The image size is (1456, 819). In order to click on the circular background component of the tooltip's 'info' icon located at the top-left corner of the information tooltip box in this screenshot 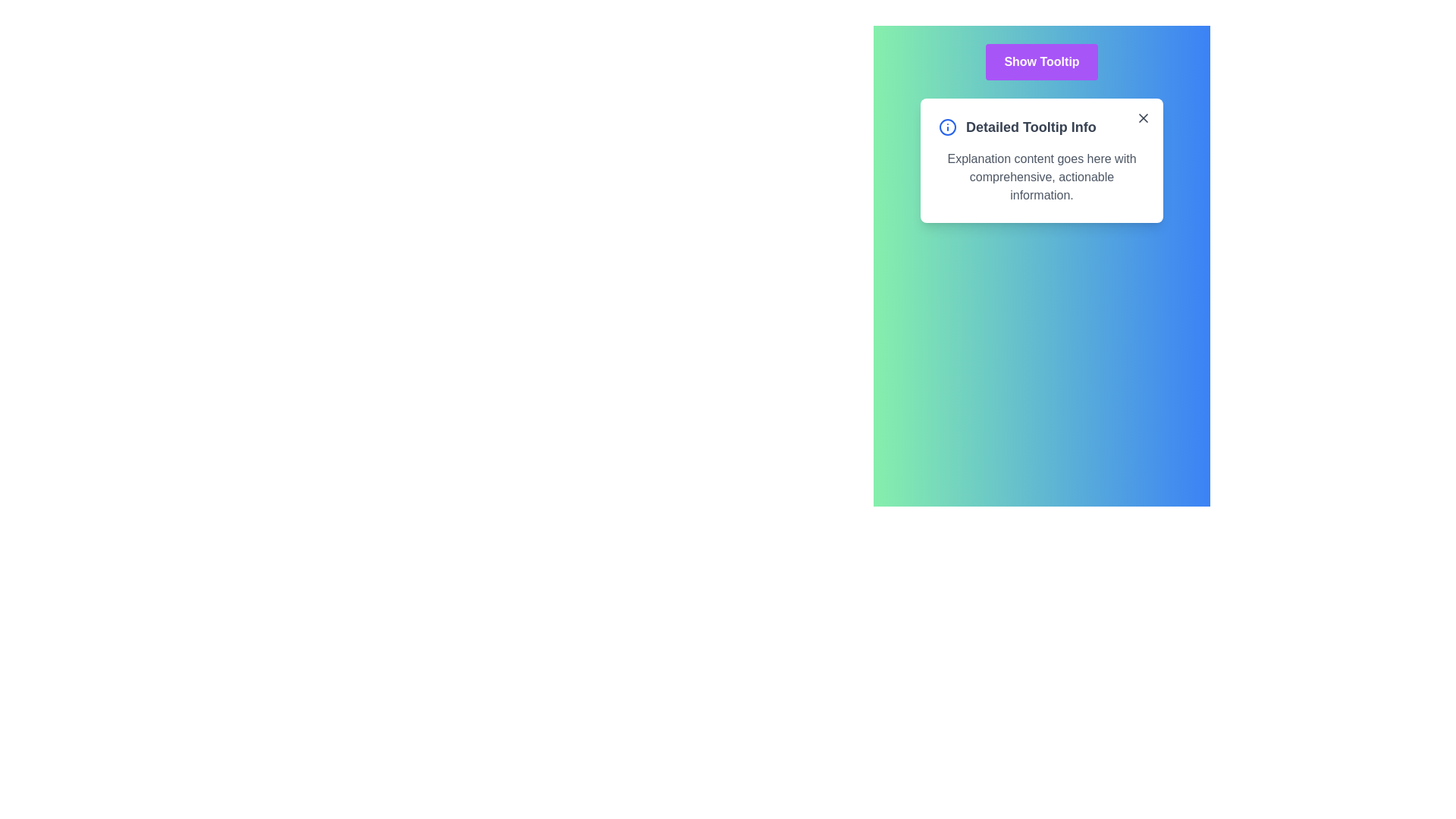, I will do `click(946, 127)`.